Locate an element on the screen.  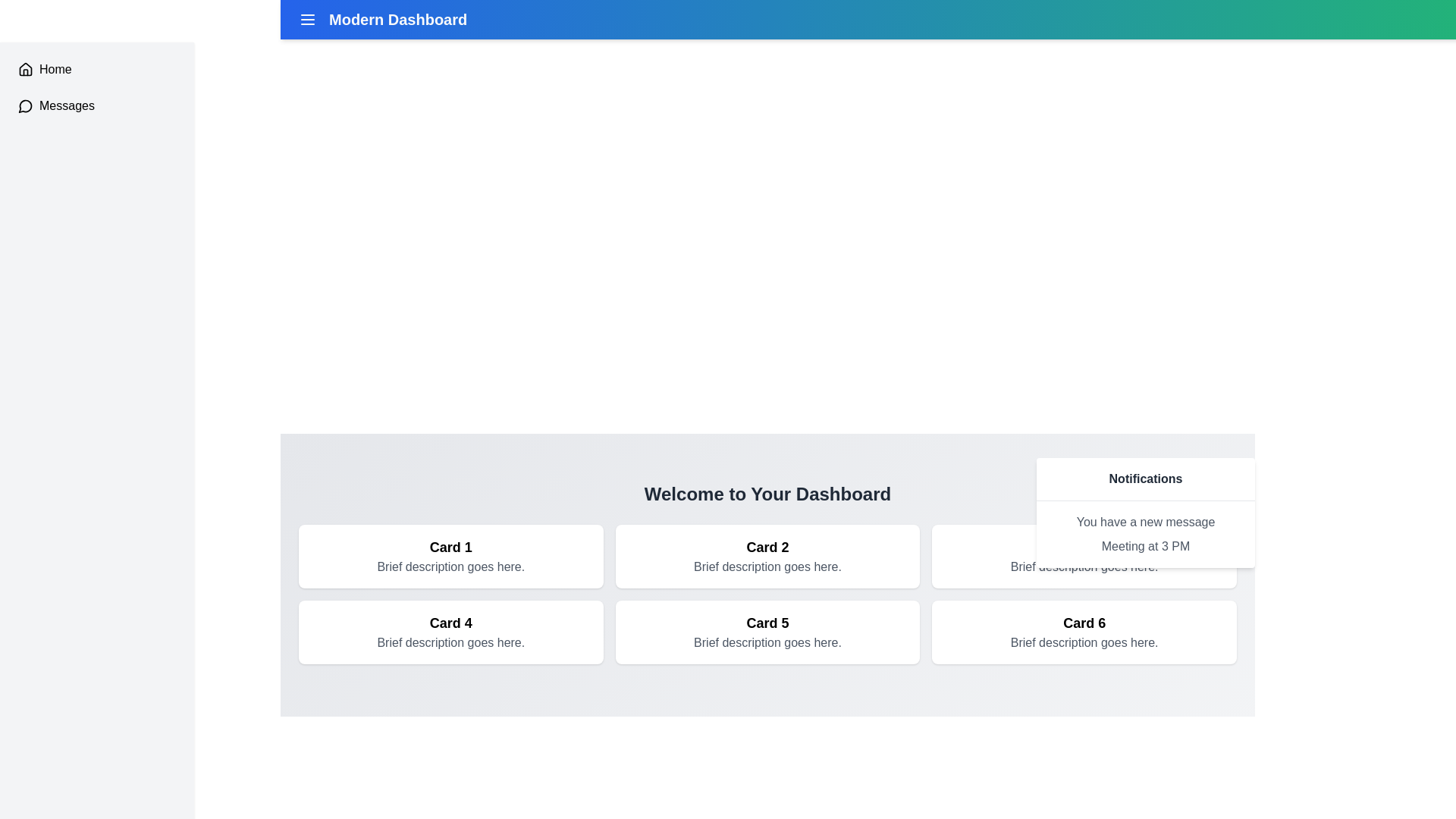
text displayed in gray font that says 'Brief description goes here.' located in the lower section of the fifth card under the heading 'Welcome to Your Dashboard.' is located at coordinates (767, 643).